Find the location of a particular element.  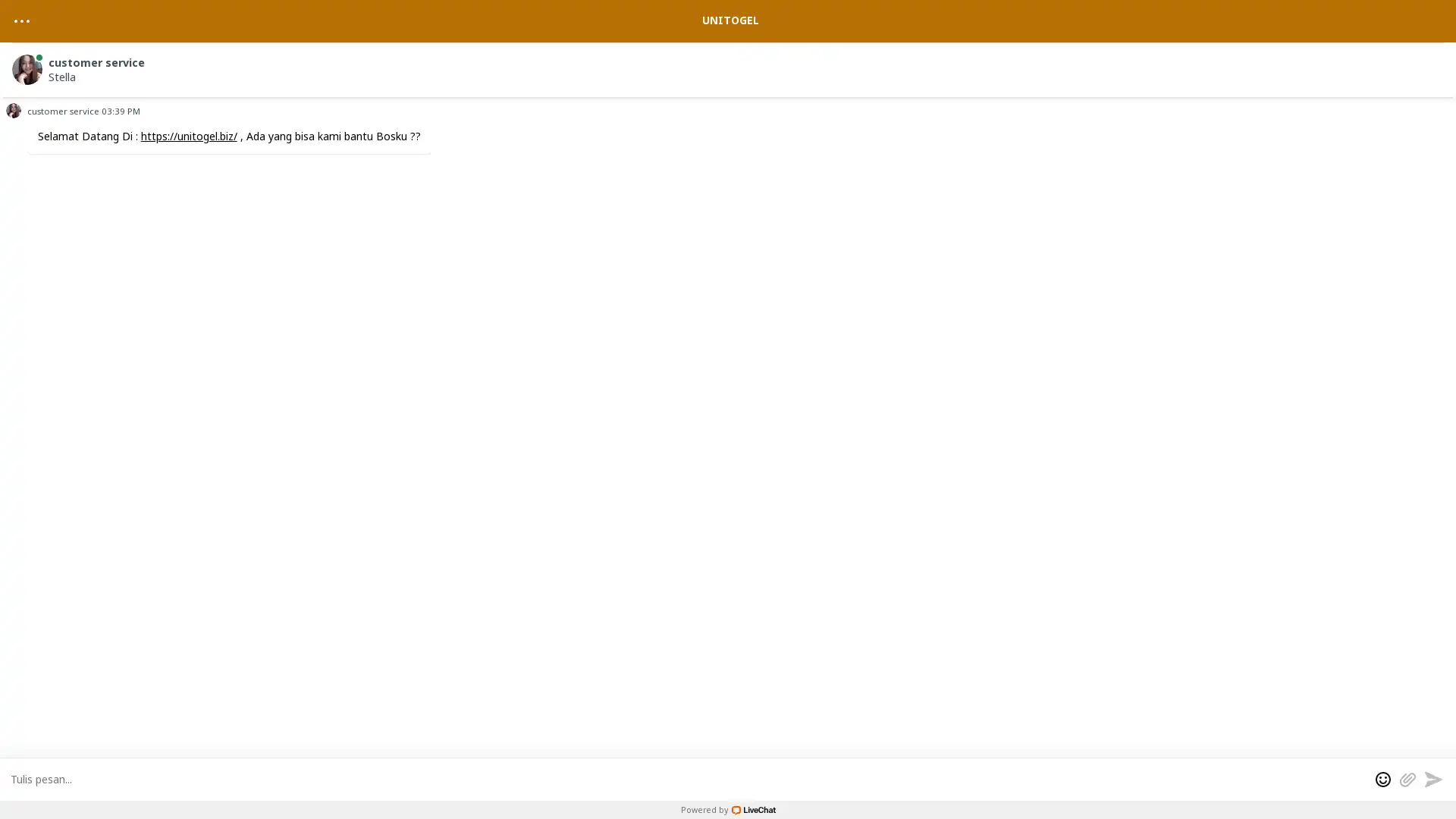

customer service is located at coordinates (730, 66).